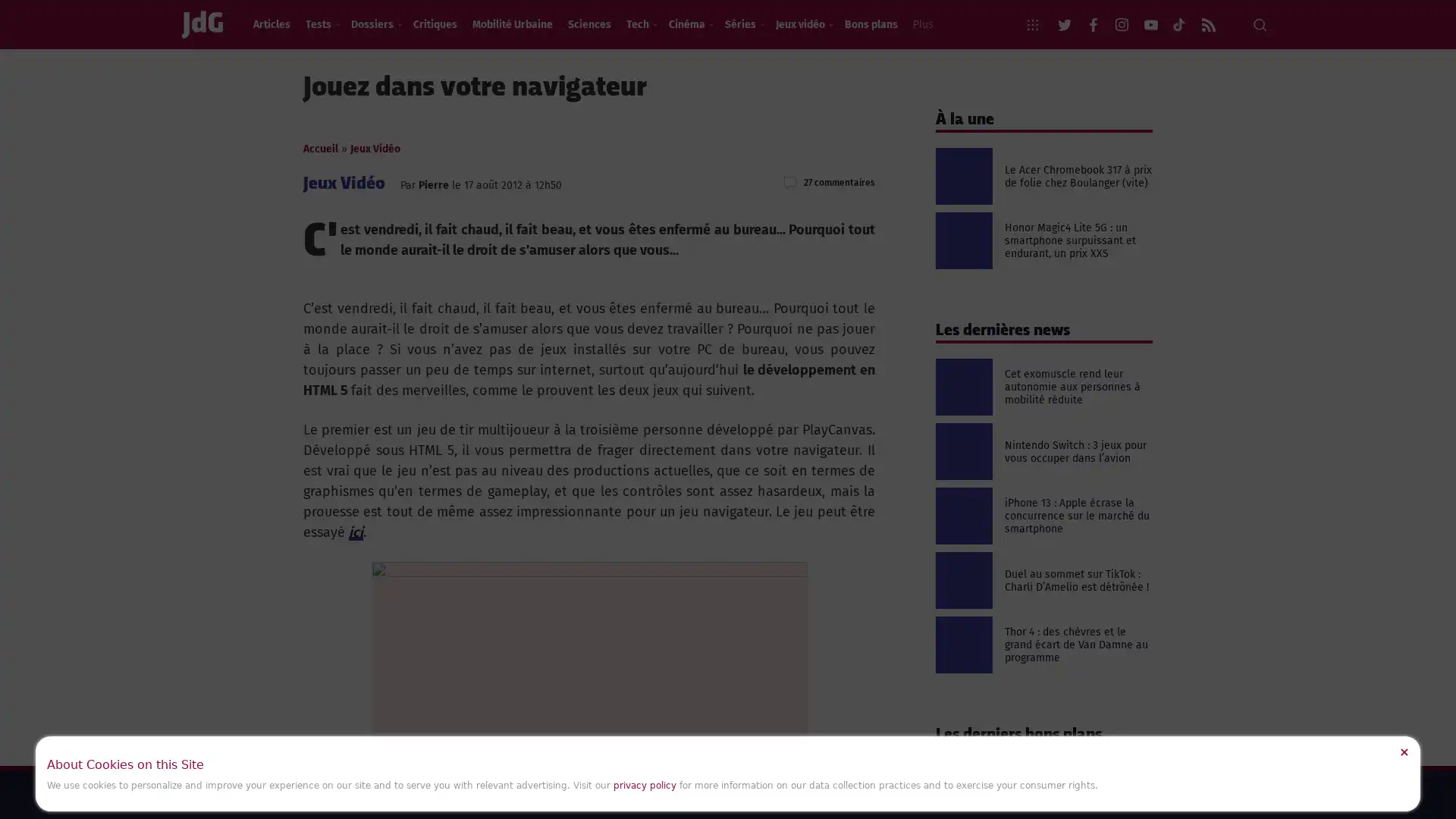 Image resolution: width=1456 pixels, height=819 pixels. Describe the element at coordinates (1093, 24) in the screenshot. I see `facebook` at that location.